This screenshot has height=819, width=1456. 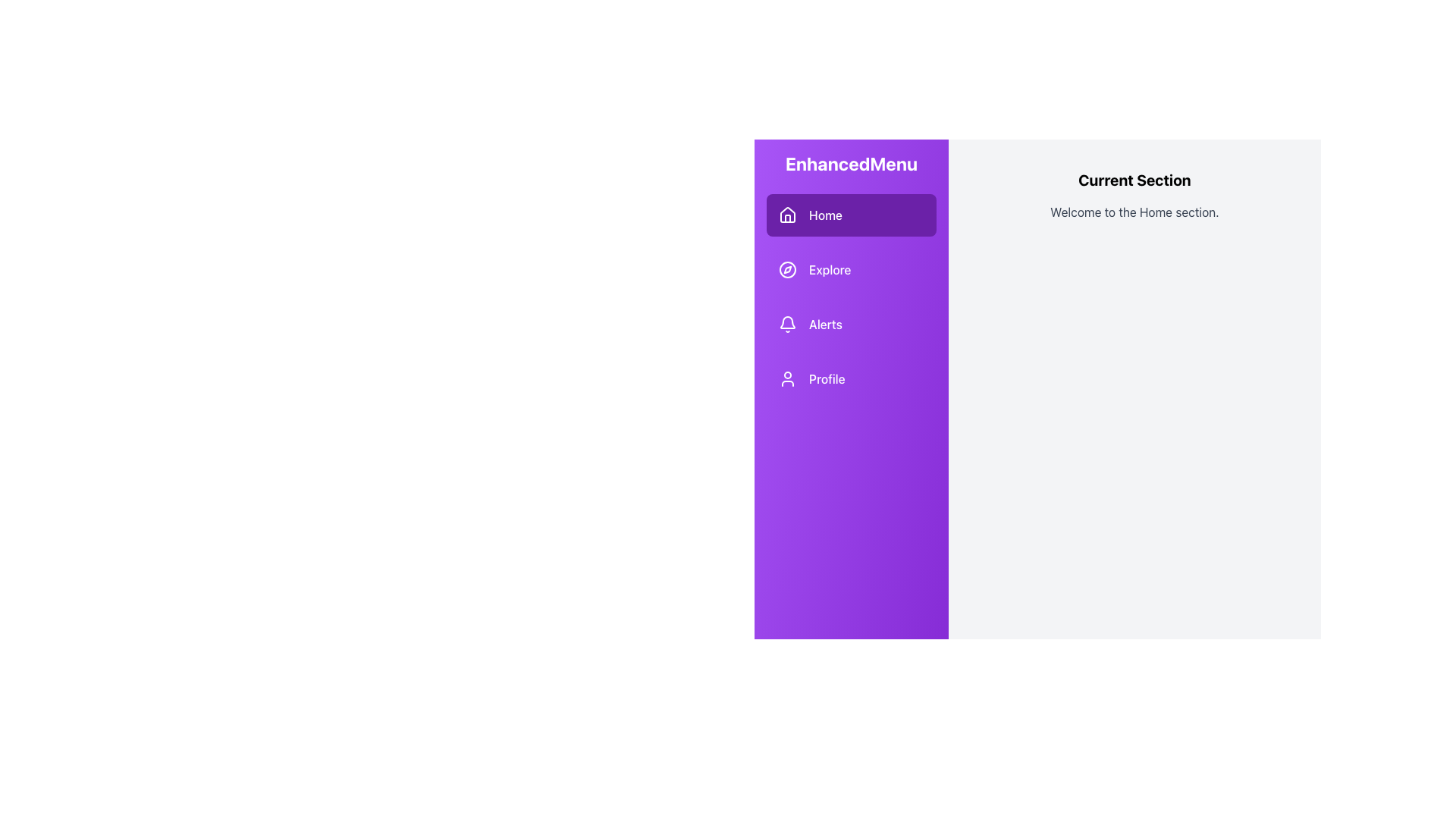 I want to click on the 'Profile' button in the vertical side menu, so click(x=852, y=378).